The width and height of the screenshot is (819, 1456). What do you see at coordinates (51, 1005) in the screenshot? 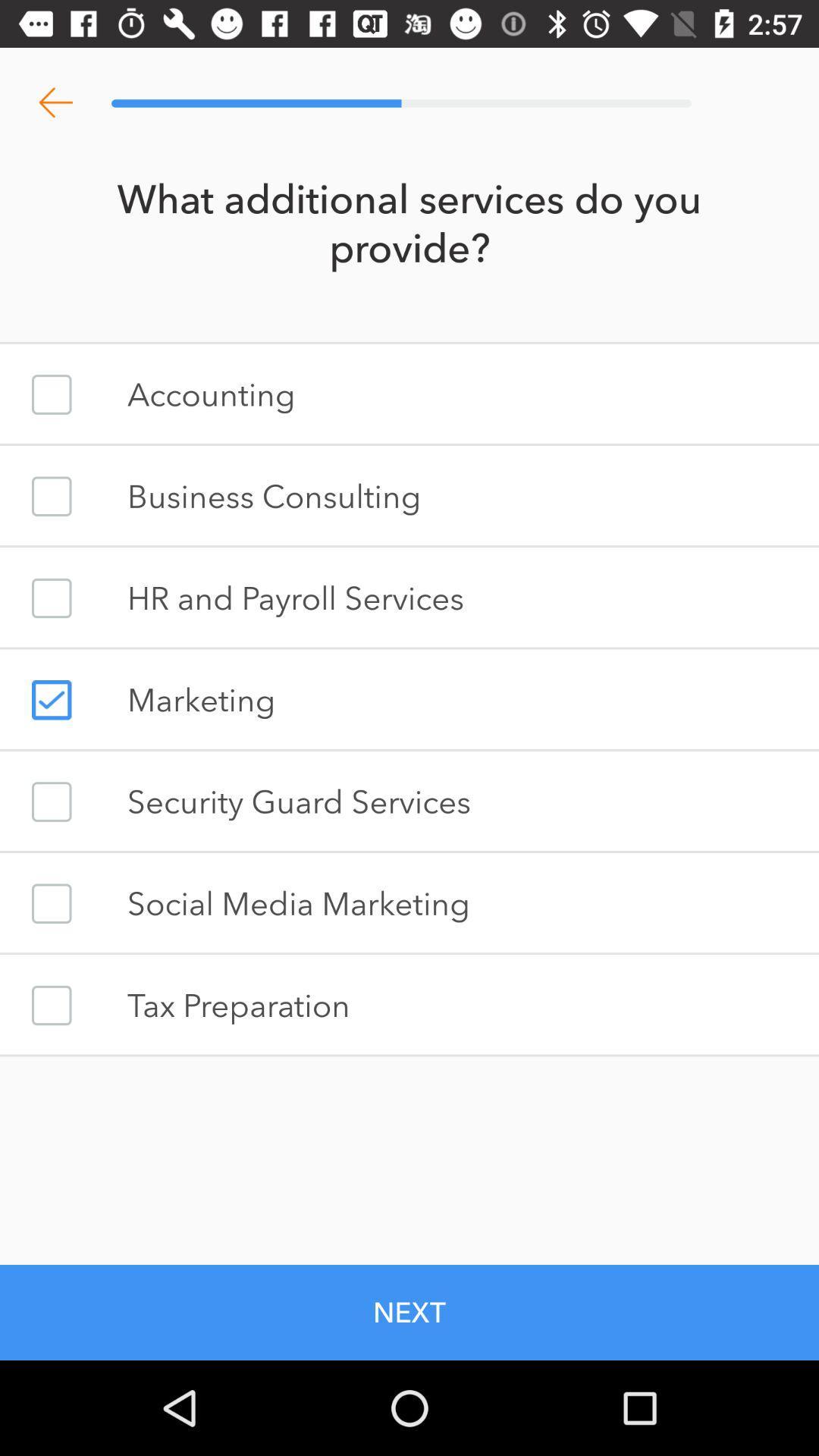
I see `option` at bounding box center [51, 1005].